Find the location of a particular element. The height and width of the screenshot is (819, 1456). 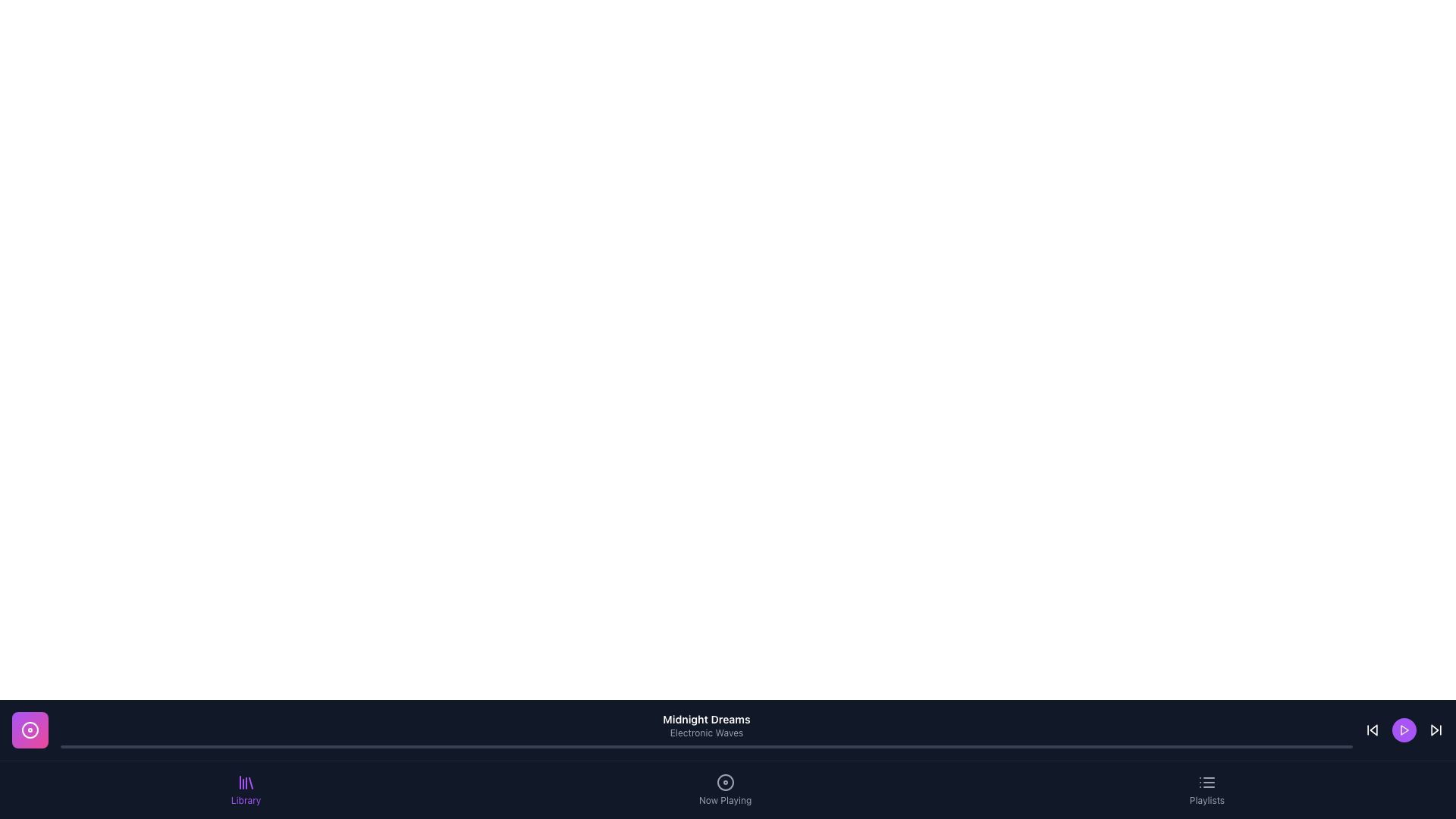

the 'Library' text label in the bottom navigation bar, which is positioned centrally and represents the Library section of the application is located at coordinates (246, 800).